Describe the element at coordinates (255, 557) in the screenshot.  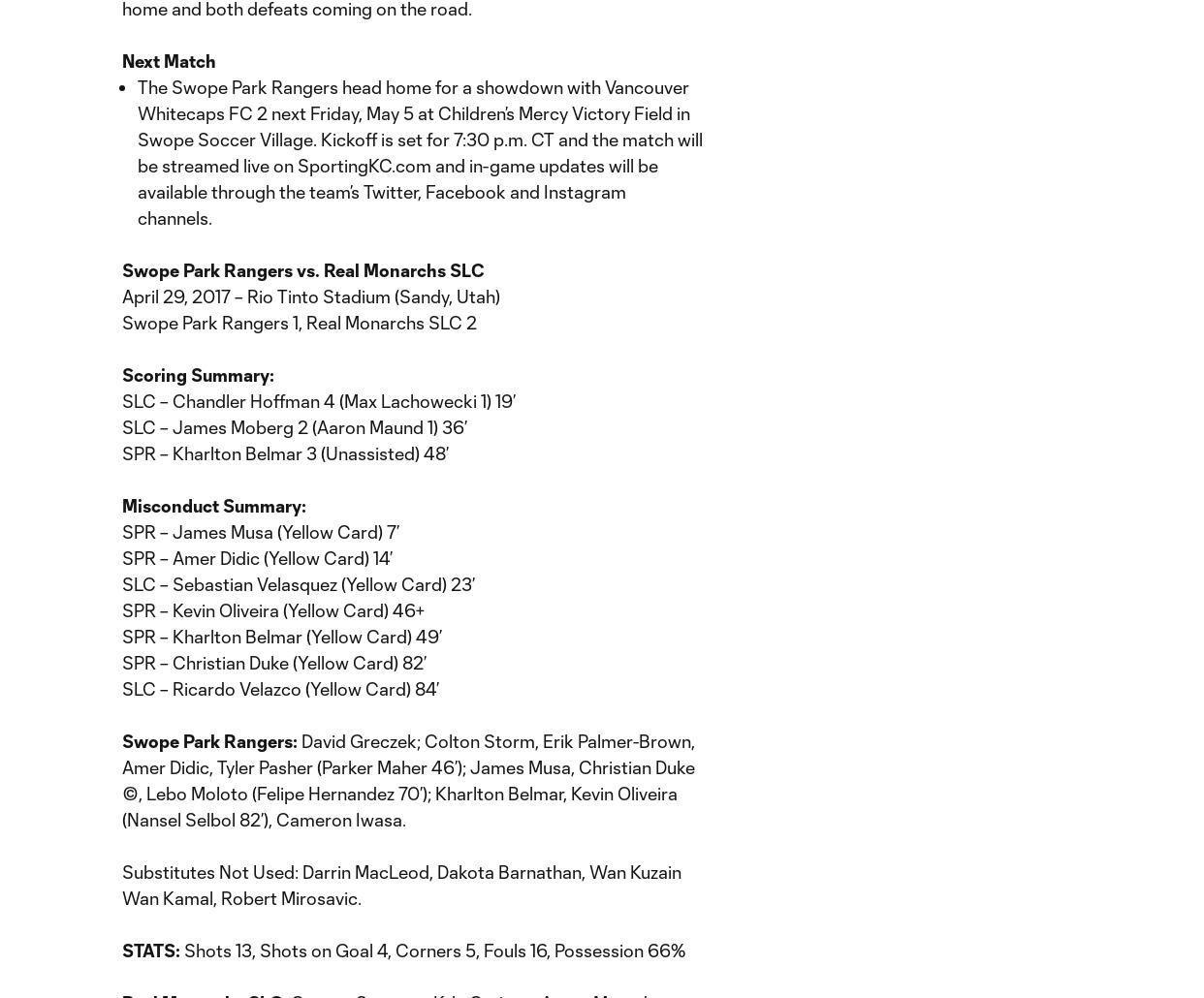
I see `'SPR – Amer Didic (Yellow Card) 14’'` at that location.